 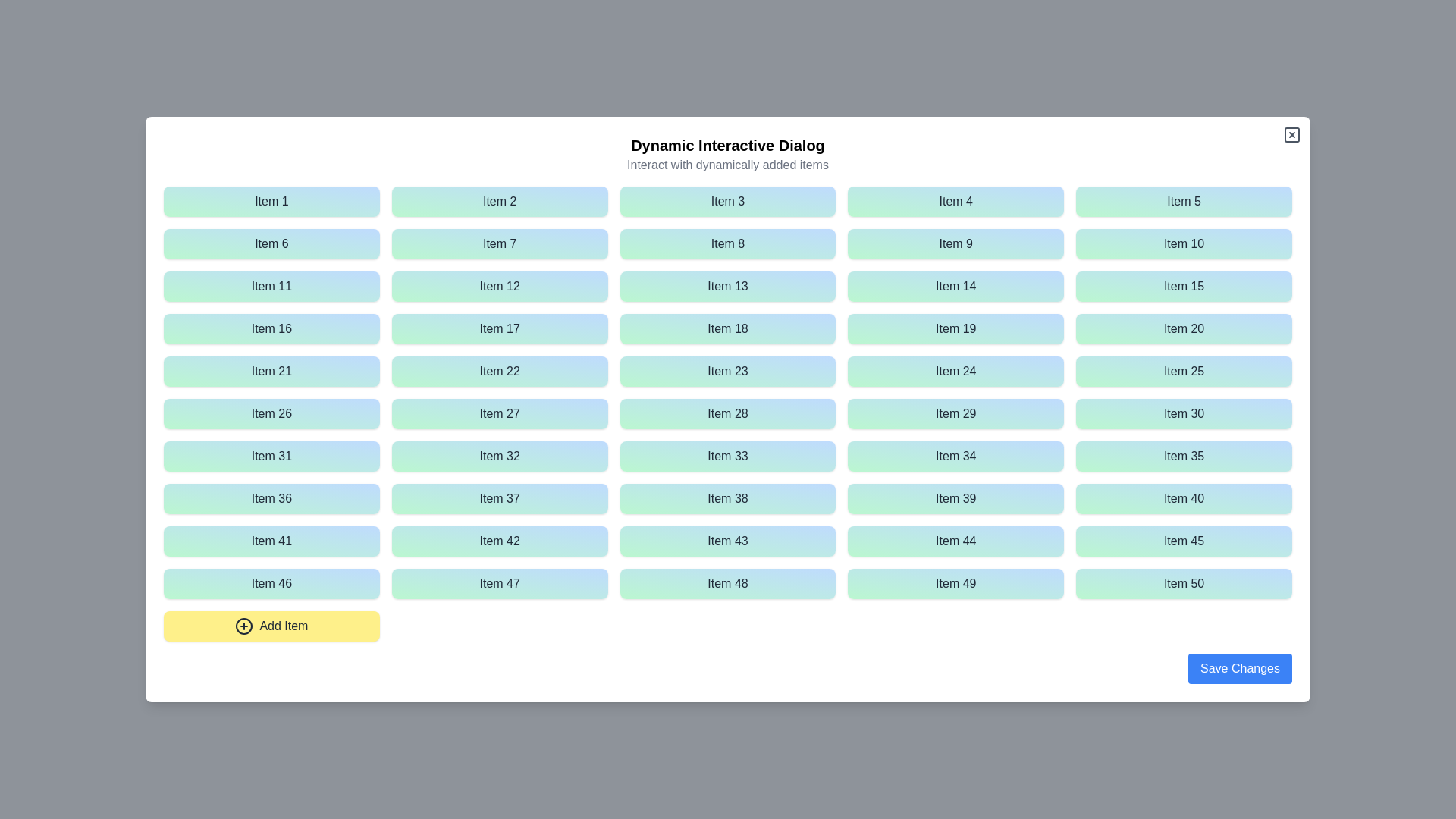 What do you see at coordinates (1240, 668) in the screenshot?
I see `the 'Save Changes' button` at bounding box center [1240, 668].